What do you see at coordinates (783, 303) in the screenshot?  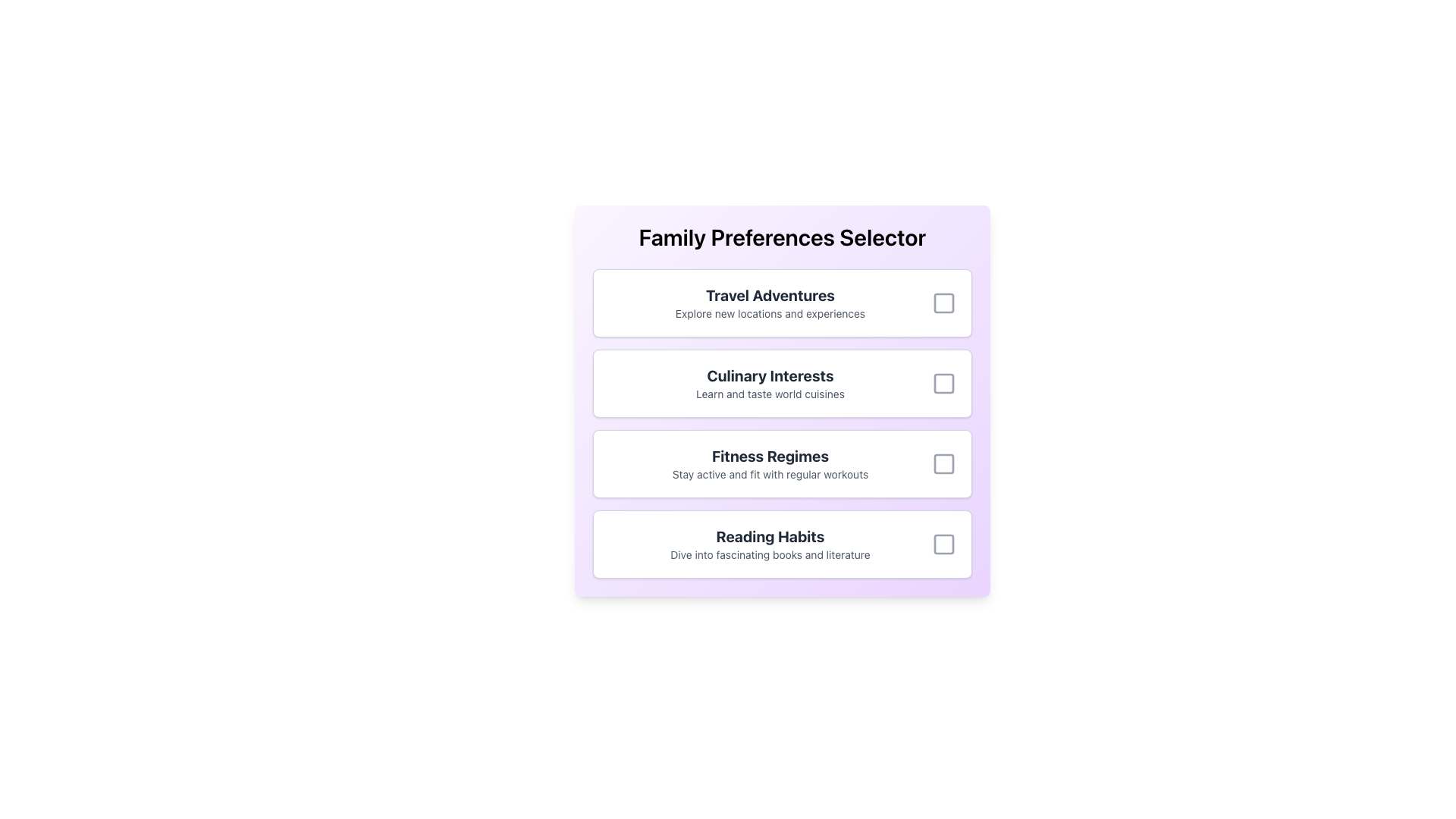 I see `the selectable card titled 'Travel Adventures' with a checkbox in the 'Family Preferences Selector' interface` at bounding box center [783, 303].